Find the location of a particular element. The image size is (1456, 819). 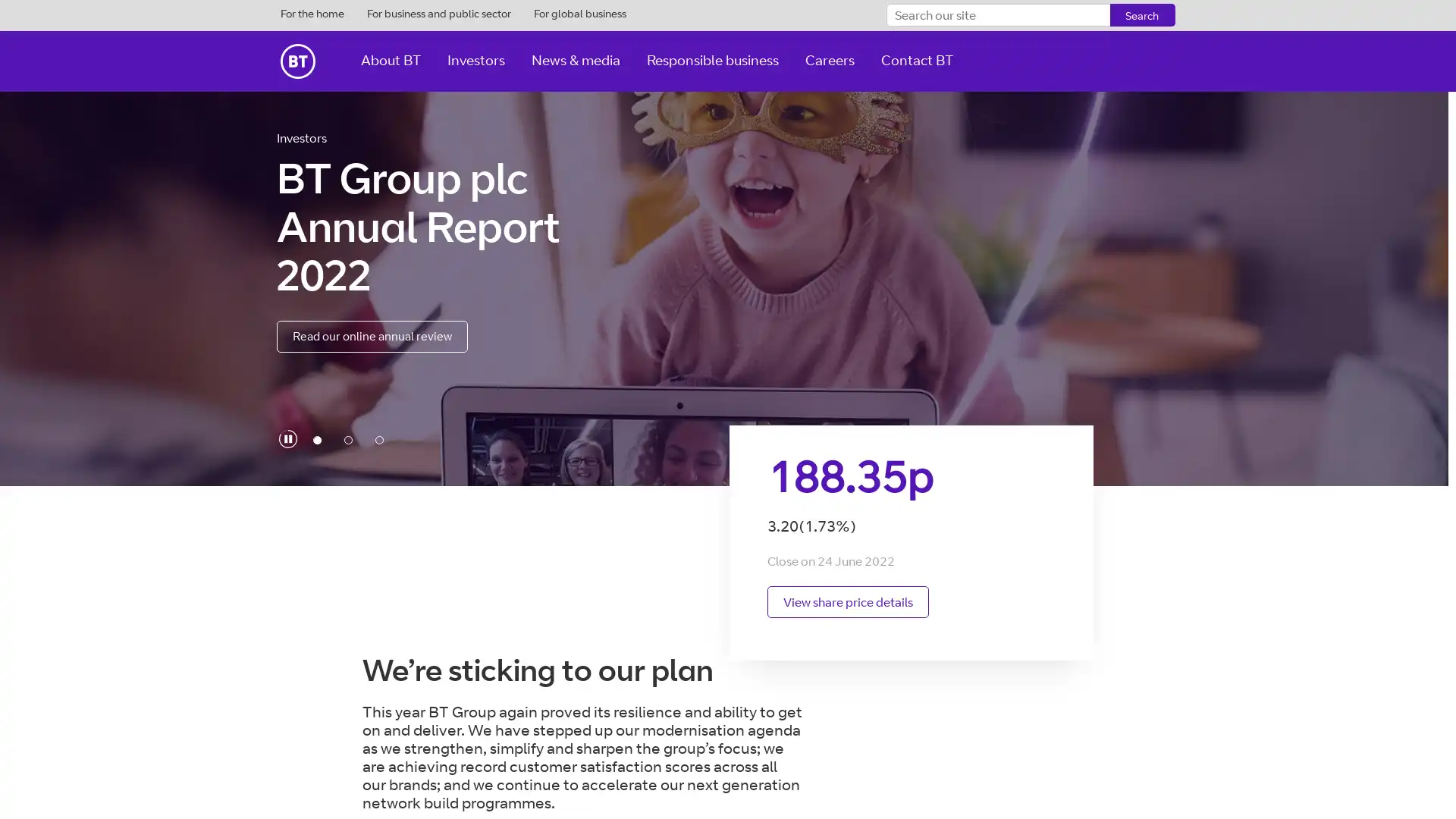

Search is located at coordinates (1143, 14).